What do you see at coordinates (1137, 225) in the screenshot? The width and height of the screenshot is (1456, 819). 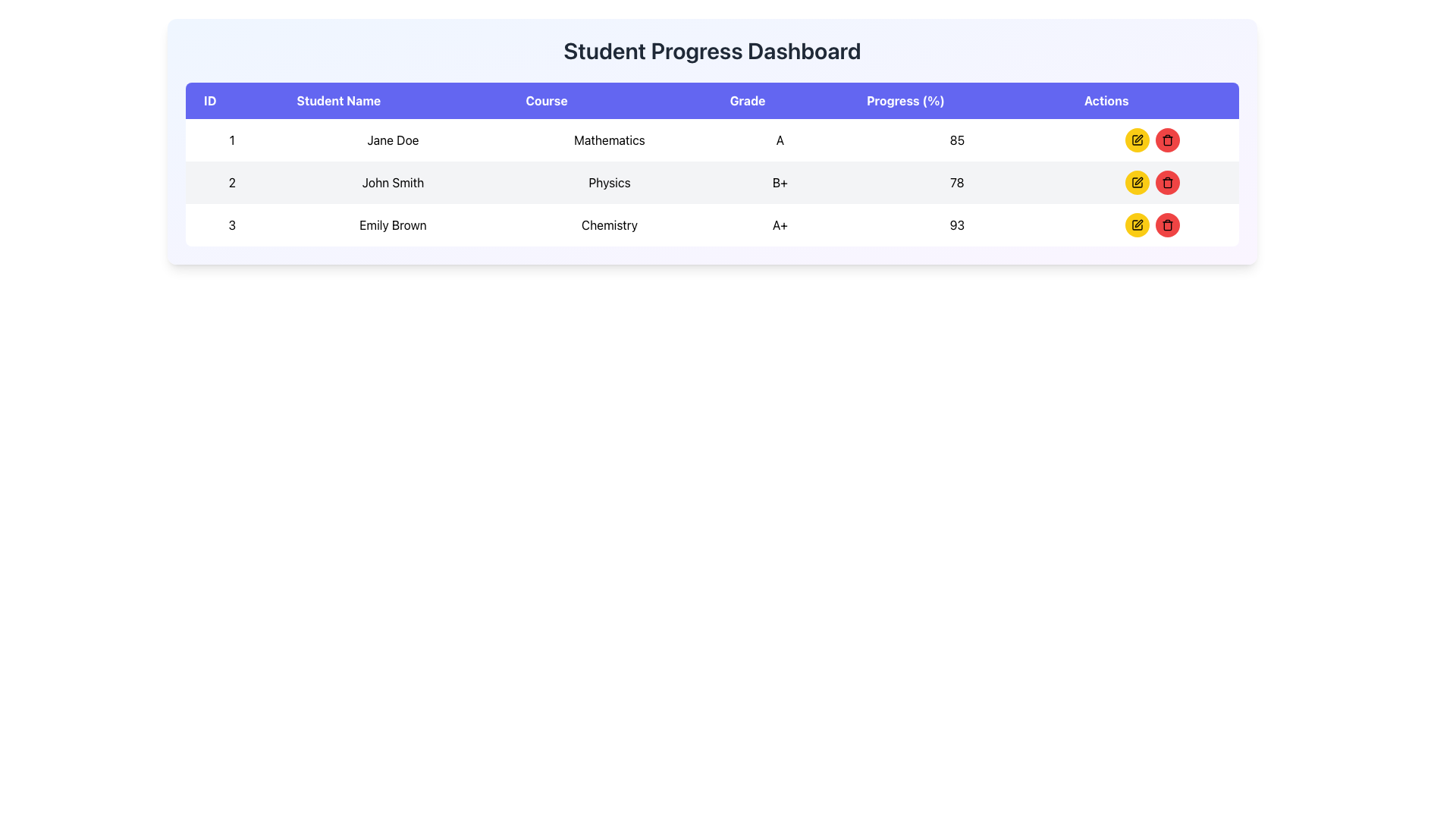 I see `the edit button located in the first icon of the 'Actions' column in the third row of the 'Student Progress Dashboard' table` at bounding box center [1137, 225].